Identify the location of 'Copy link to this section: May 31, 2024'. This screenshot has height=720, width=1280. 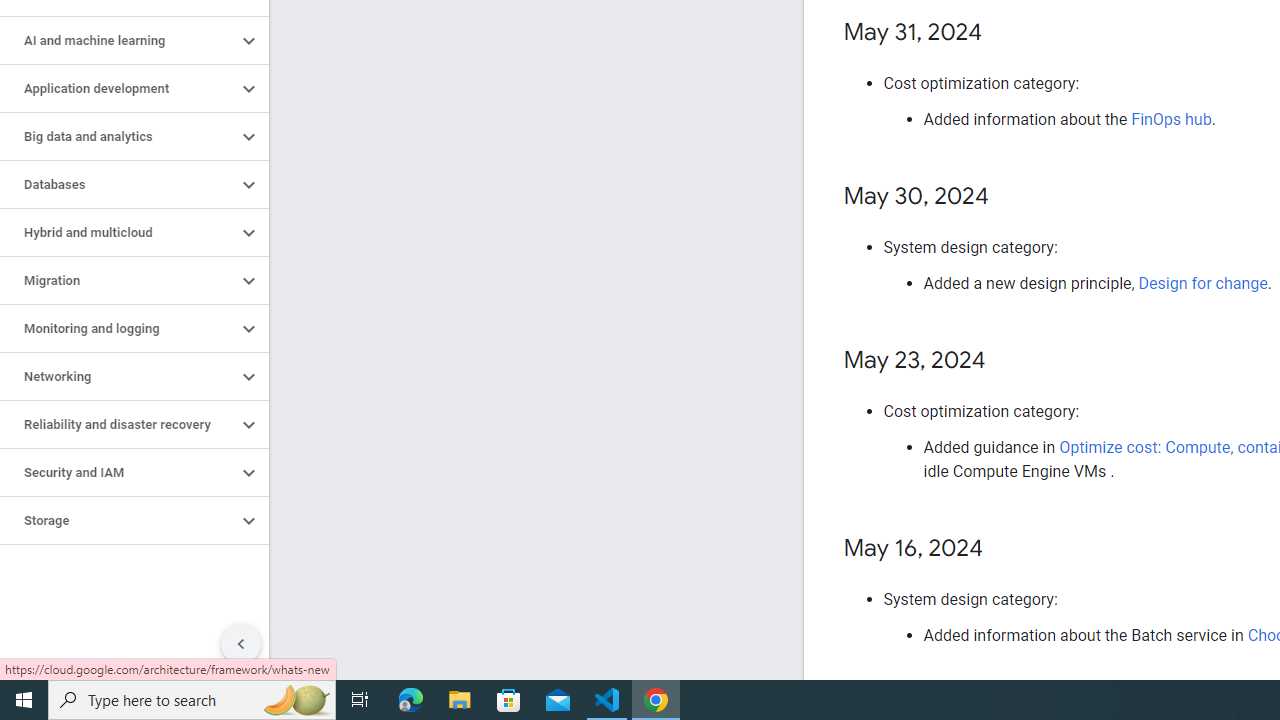
(1002, 33).